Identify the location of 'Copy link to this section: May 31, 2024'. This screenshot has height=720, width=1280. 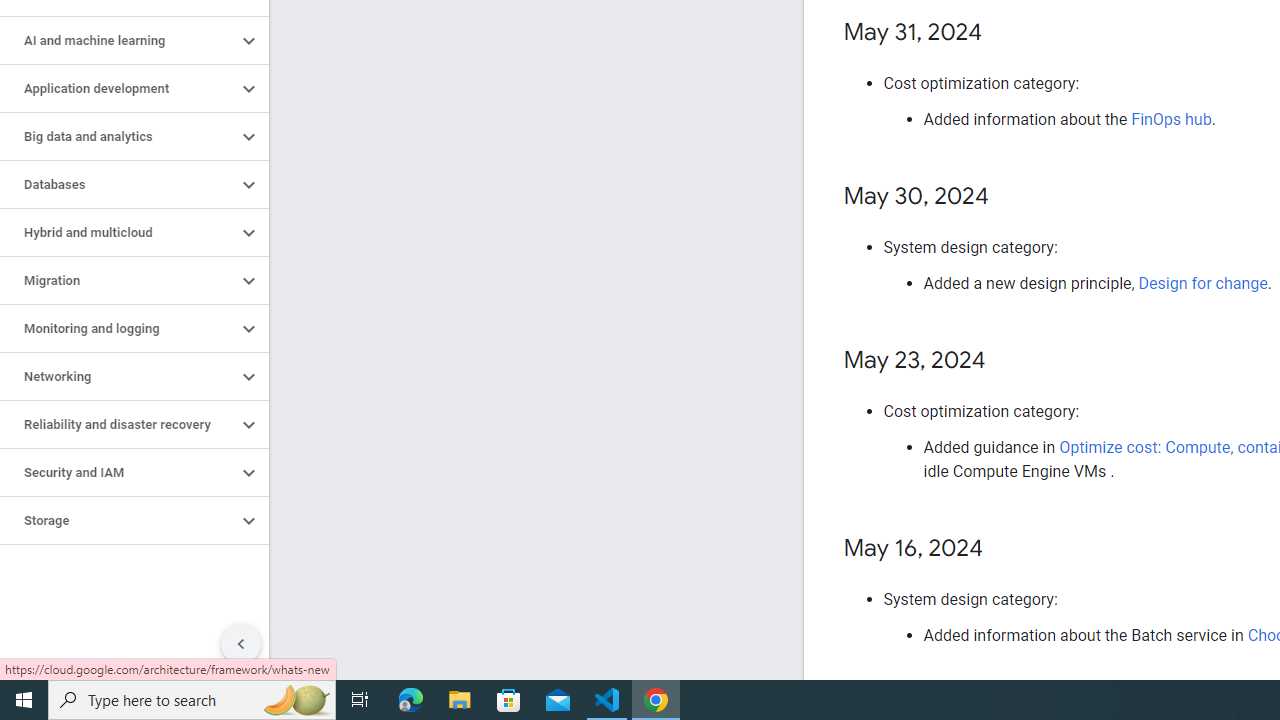
(1002, 33).